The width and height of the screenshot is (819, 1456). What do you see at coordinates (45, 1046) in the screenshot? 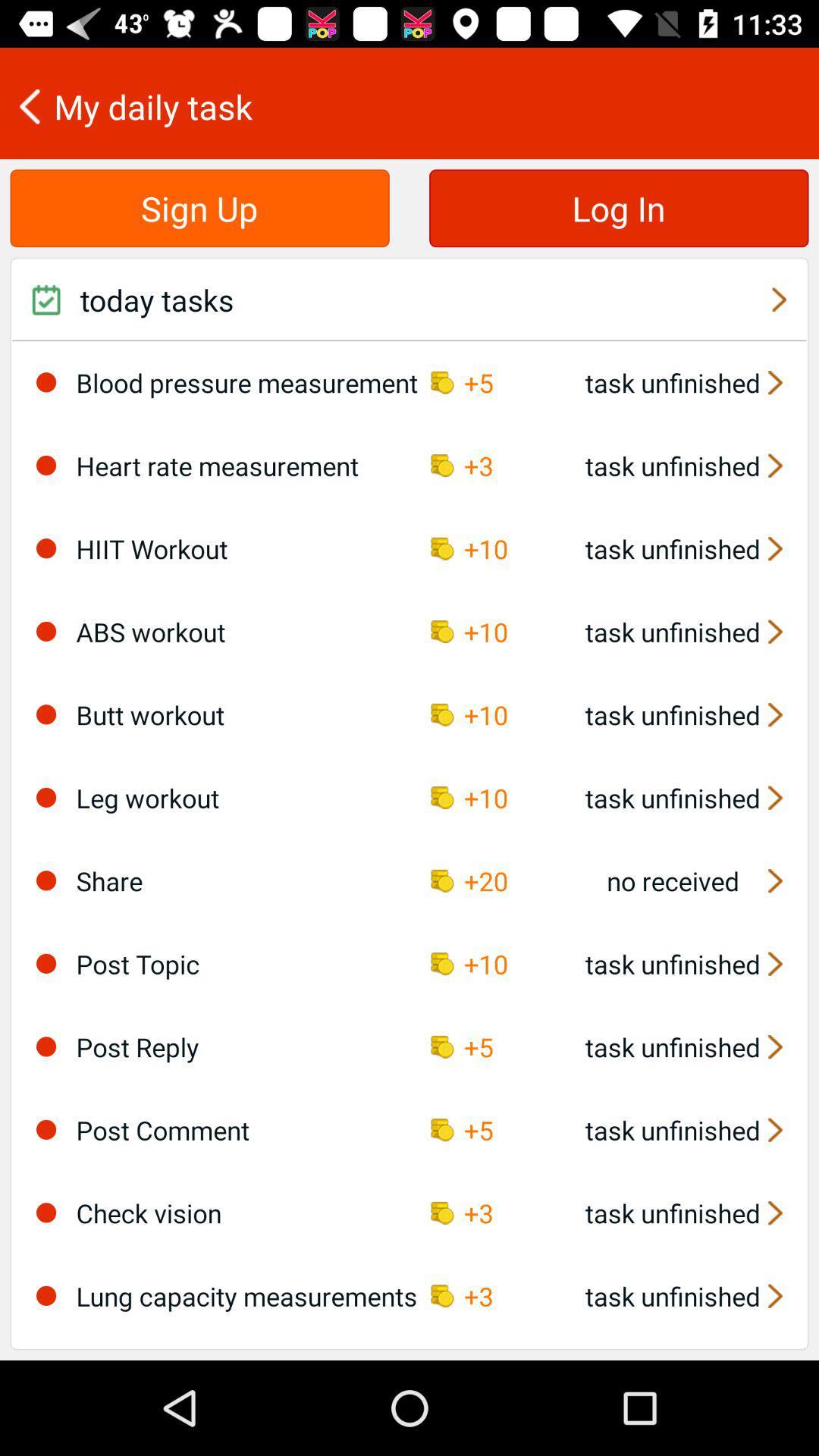
I see `post reply` at bounding box center [45, 1046].